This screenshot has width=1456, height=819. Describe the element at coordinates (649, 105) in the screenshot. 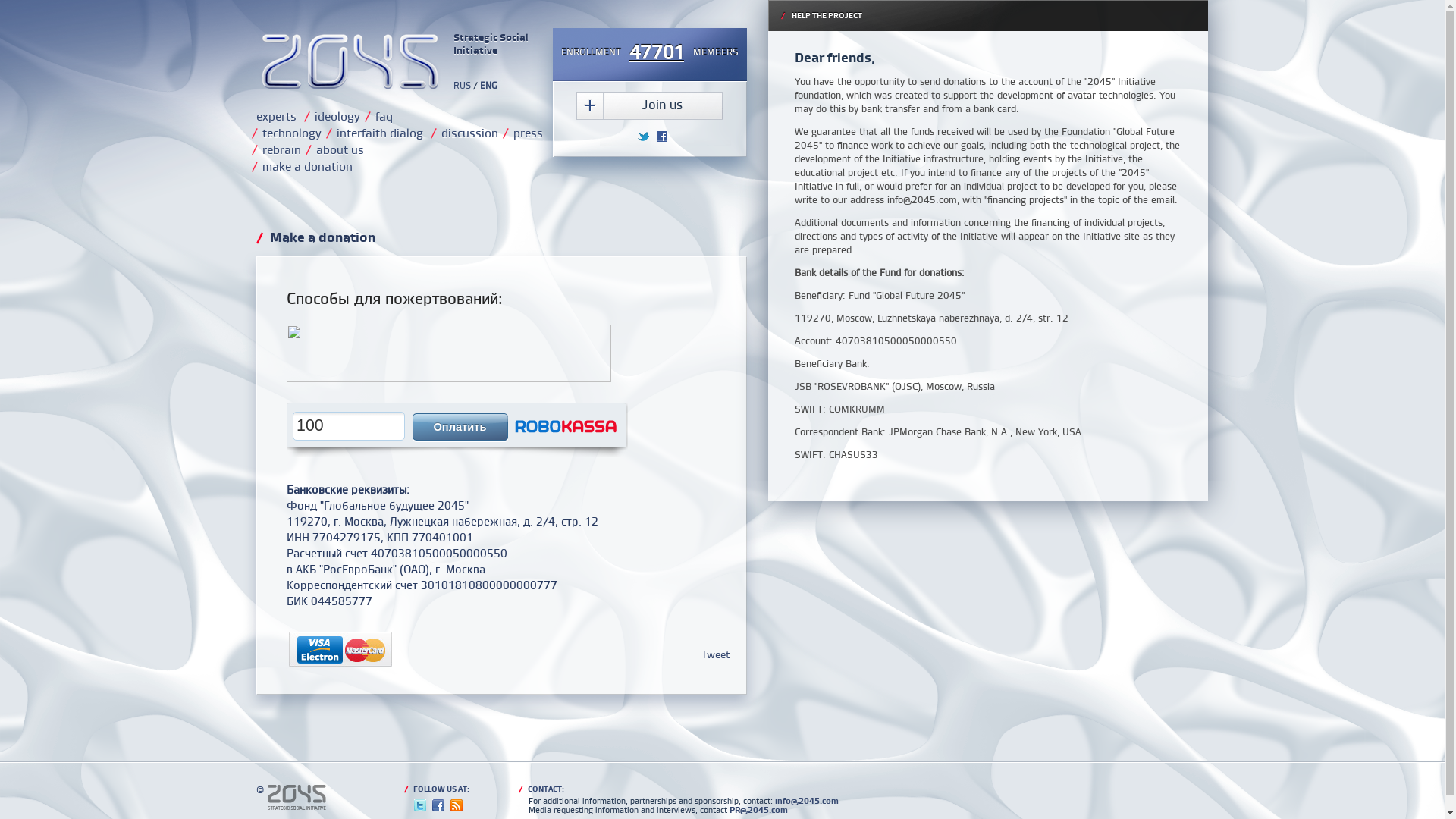

I see `'Join us'` at that location.